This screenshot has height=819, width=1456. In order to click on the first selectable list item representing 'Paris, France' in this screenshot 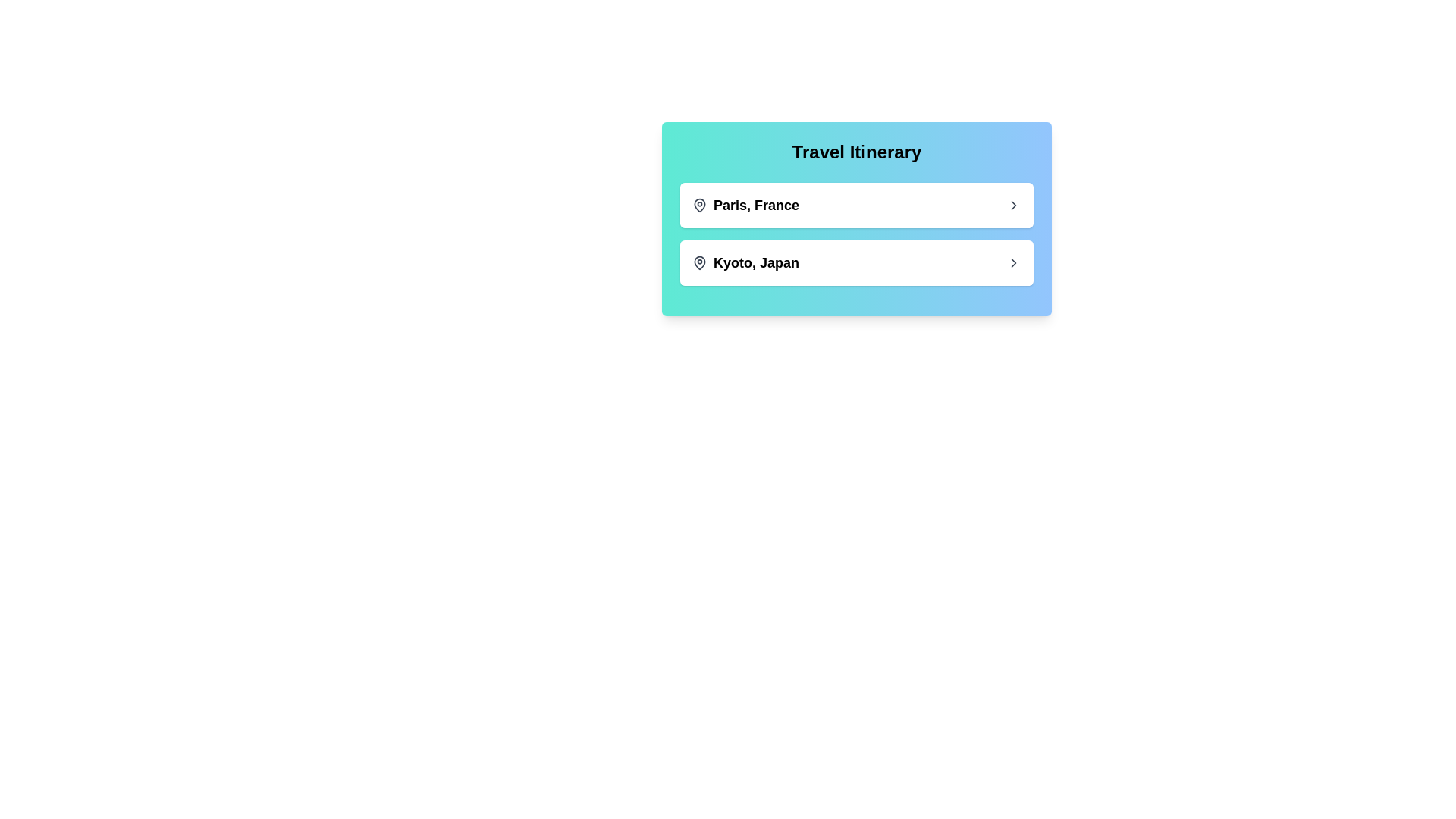, I will do `click(856, 205)`.